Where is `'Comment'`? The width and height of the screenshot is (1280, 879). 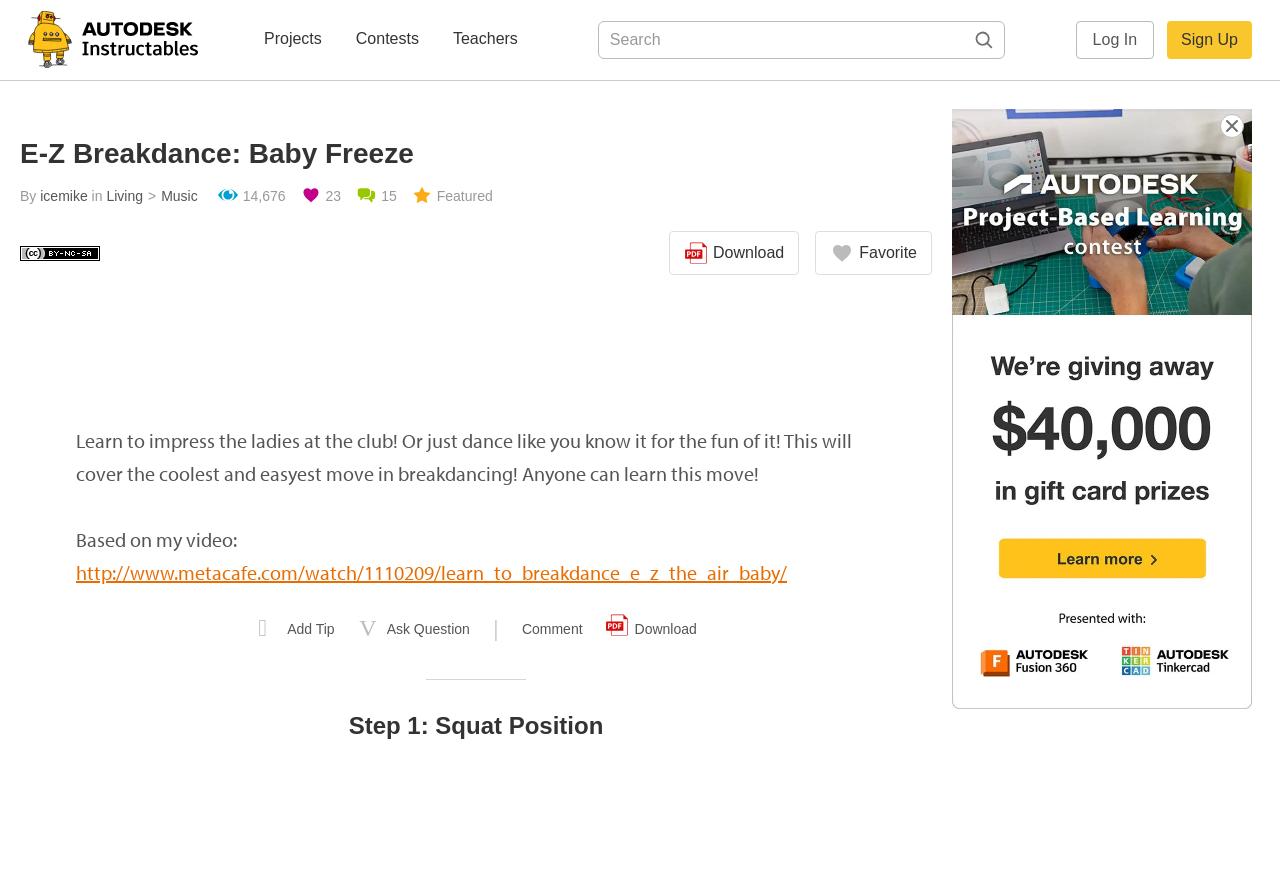 'Comment' is located at coordinates (551, 629).